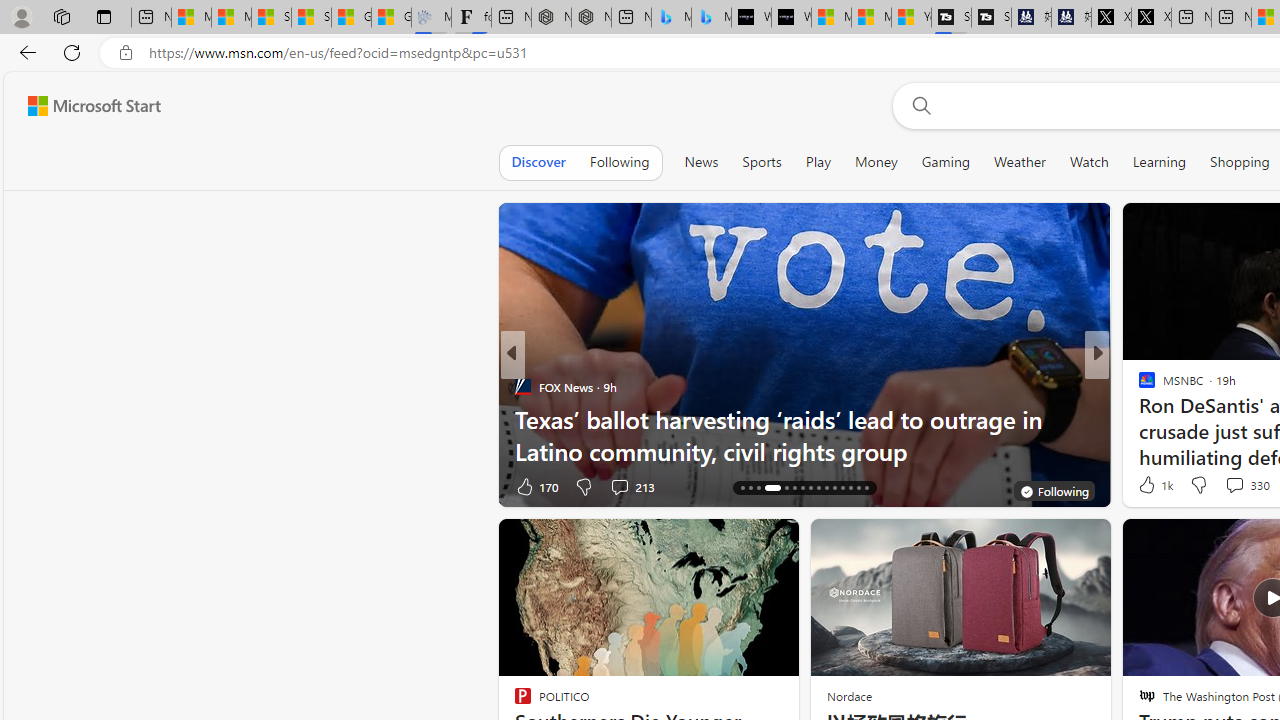 The width and height of the screenshot is (1280, 720). Describe the element at coordinates (1152, 486) in the screenshot. I see `'181 Like'` at that location.